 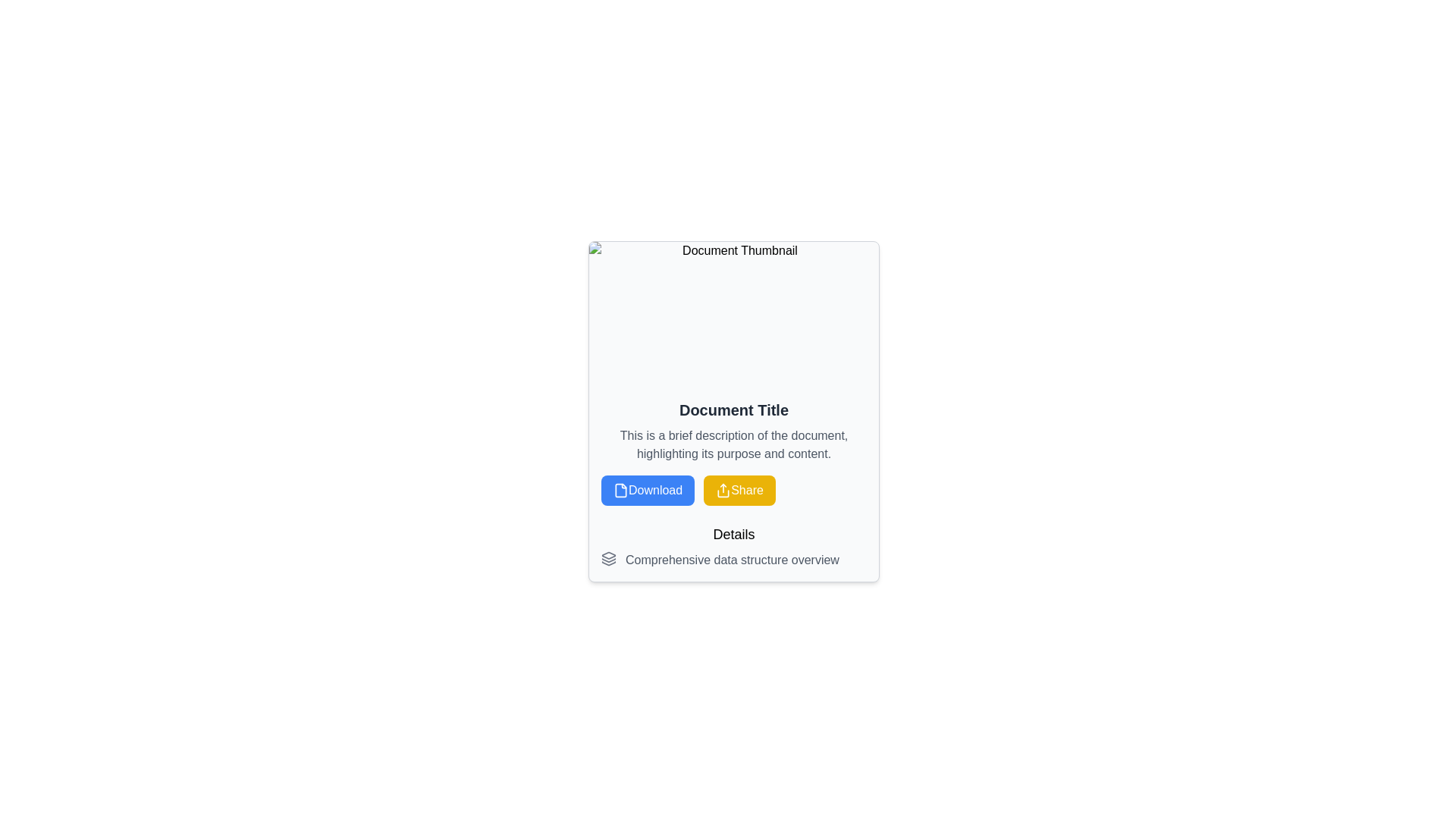 What do you see at coordinates (621, 491) in the screenshot?
I see `the 'Download' icon, which is the leftmost icon within the 'Download' button, positioned centrally in the card layout` at bounding box center [621, 491].